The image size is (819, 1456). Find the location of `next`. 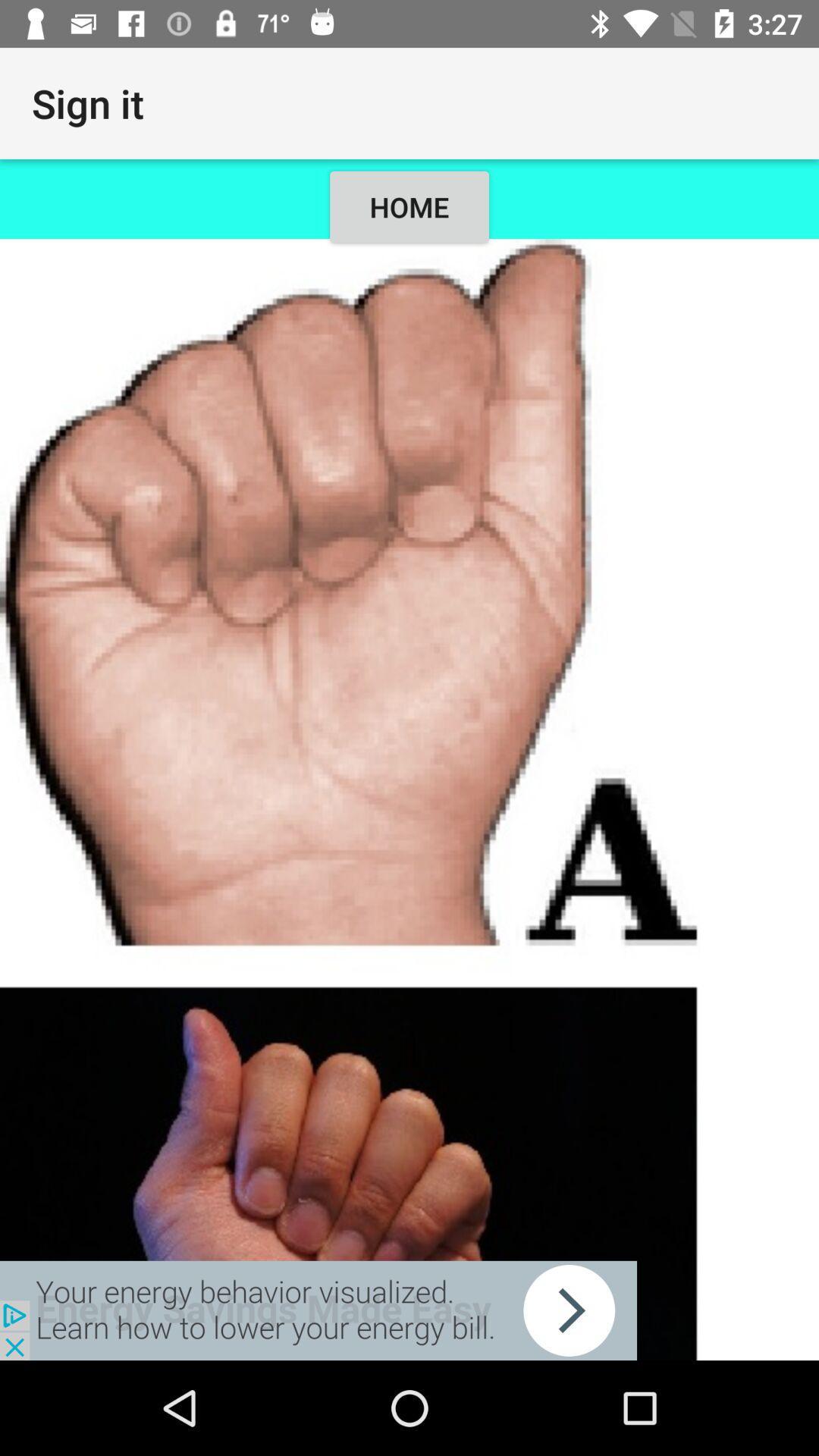

next is located at coordinates (318, 1310).